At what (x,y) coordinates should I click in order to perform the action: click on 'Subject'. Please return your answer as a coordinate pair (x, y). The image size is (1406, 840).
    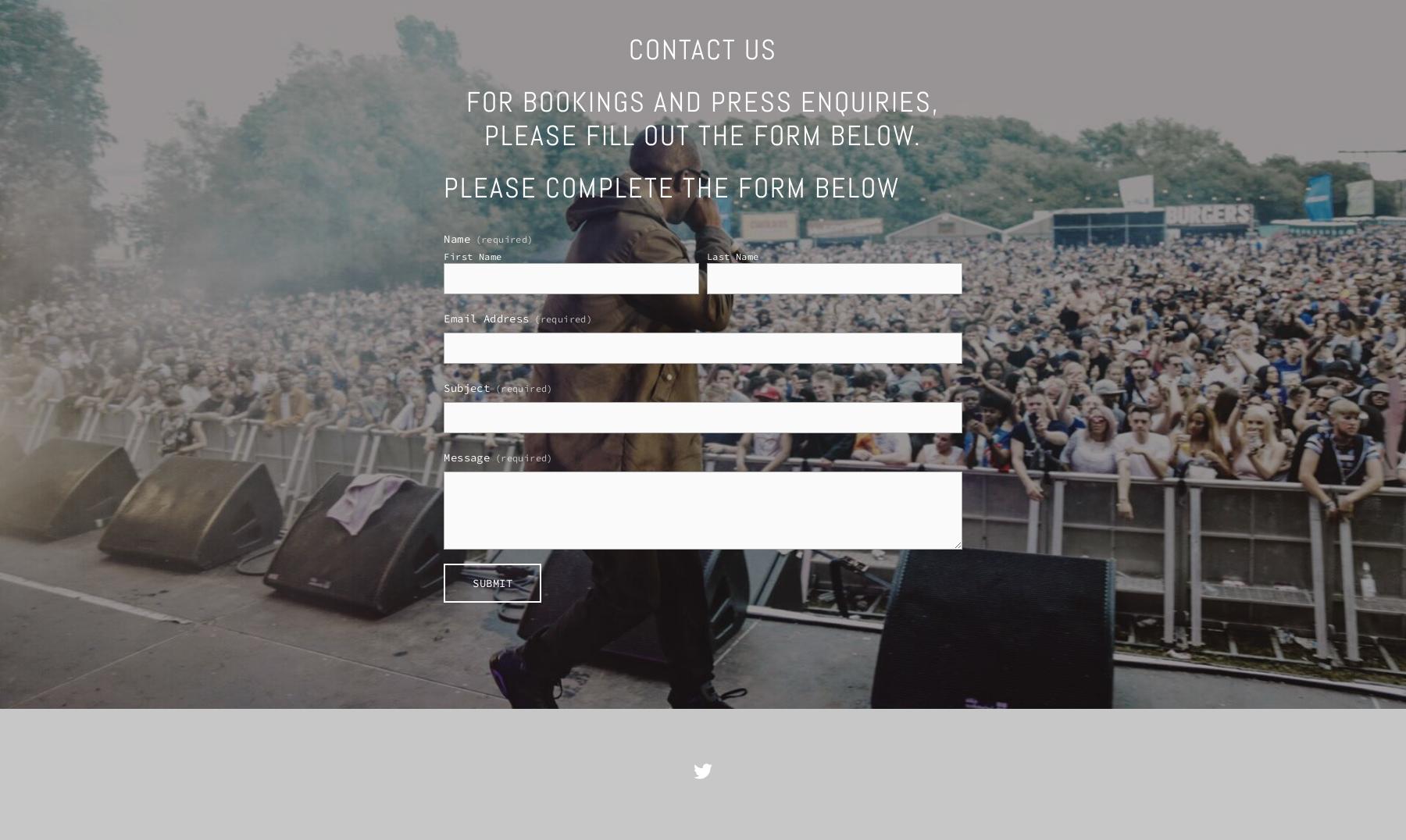
    Looking at the image, I should click on (444, 388).